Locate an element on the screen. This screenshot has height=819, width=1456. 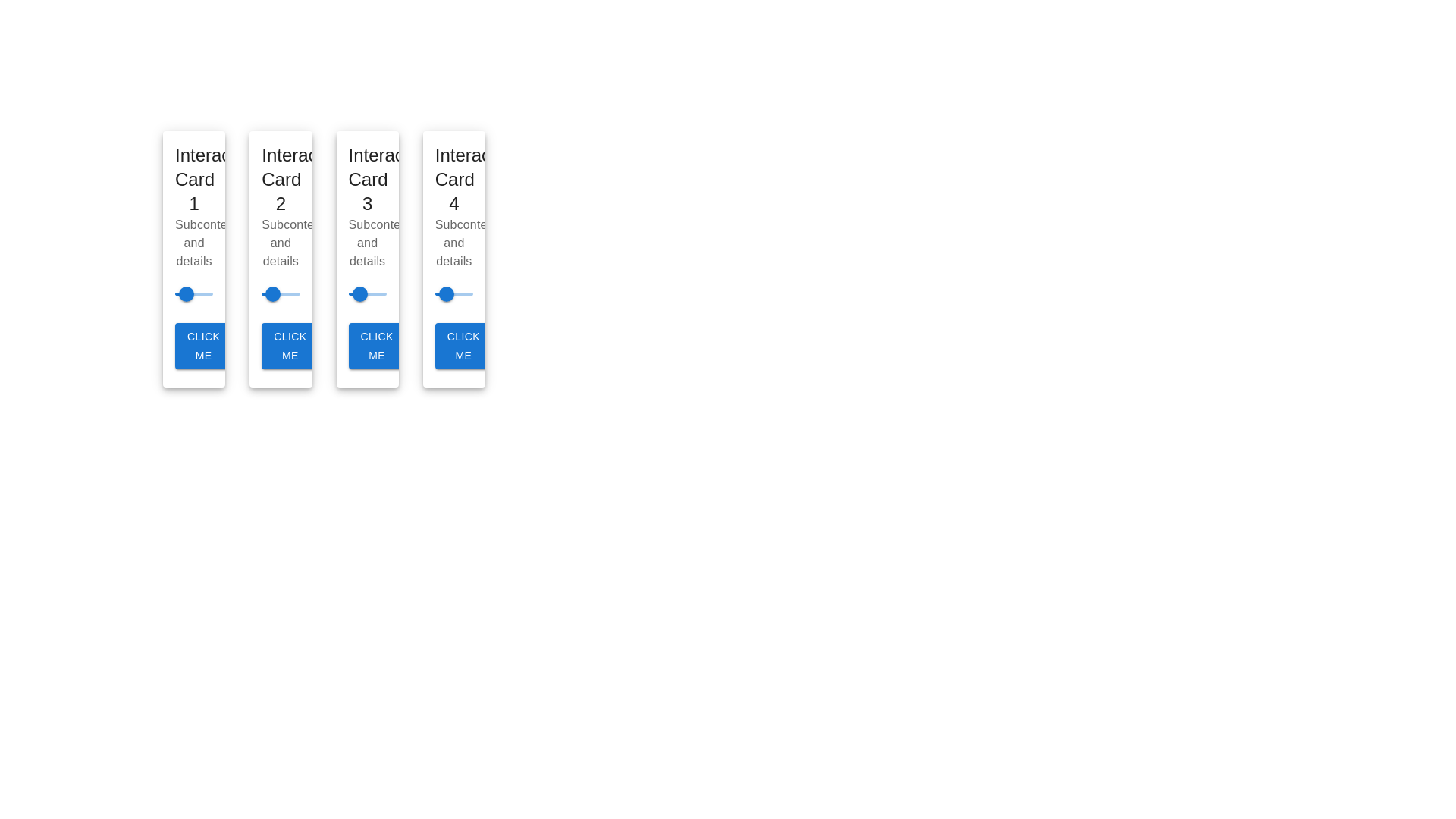
the thumb of the horizontal slider, located in the lower part of 'Interactive Card 4' is located at coordinates (453, 294).